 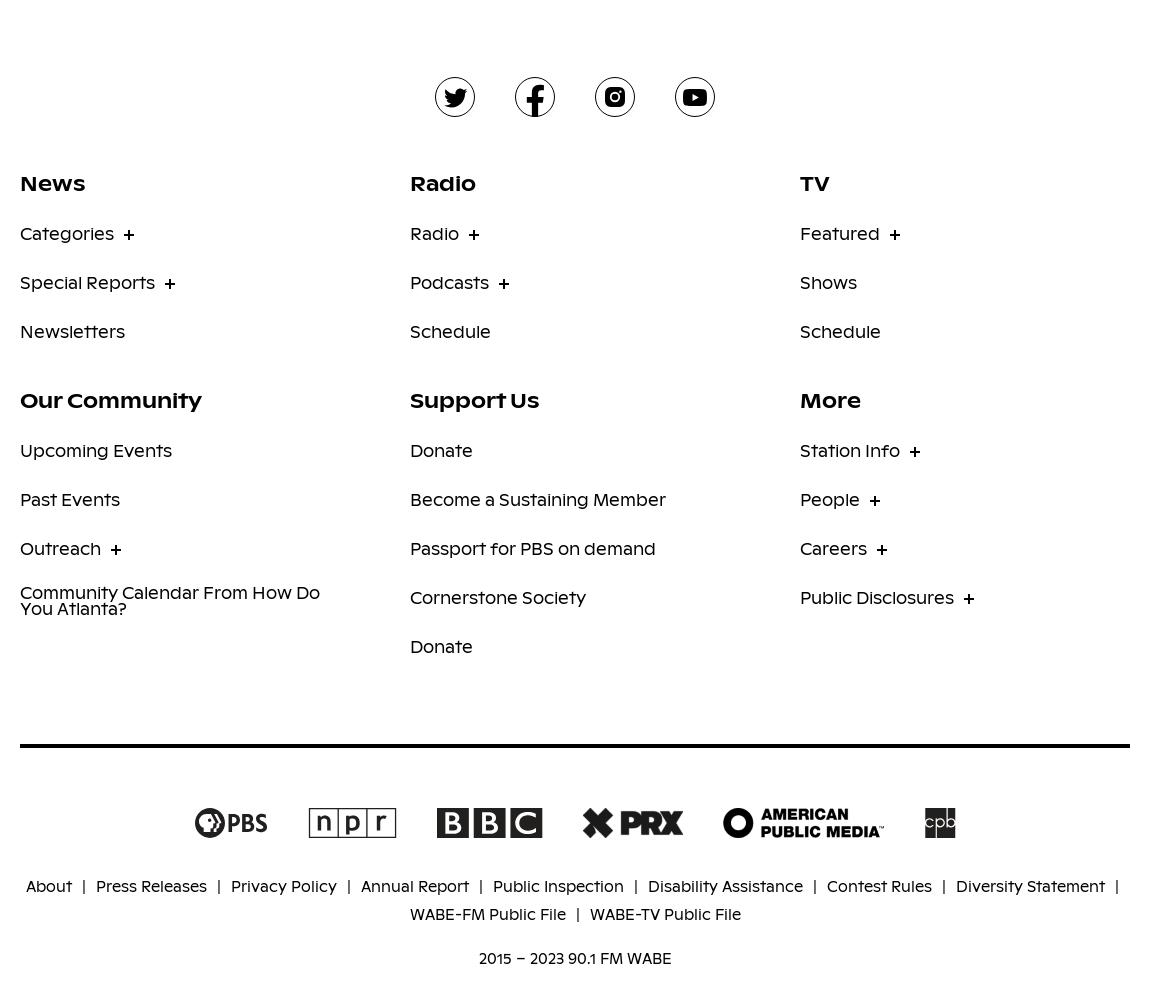 What do you see at coordinates (663, 913) in the screenshot?
I see `'WABE-TV Public File'` at bounding box center [663, 913].